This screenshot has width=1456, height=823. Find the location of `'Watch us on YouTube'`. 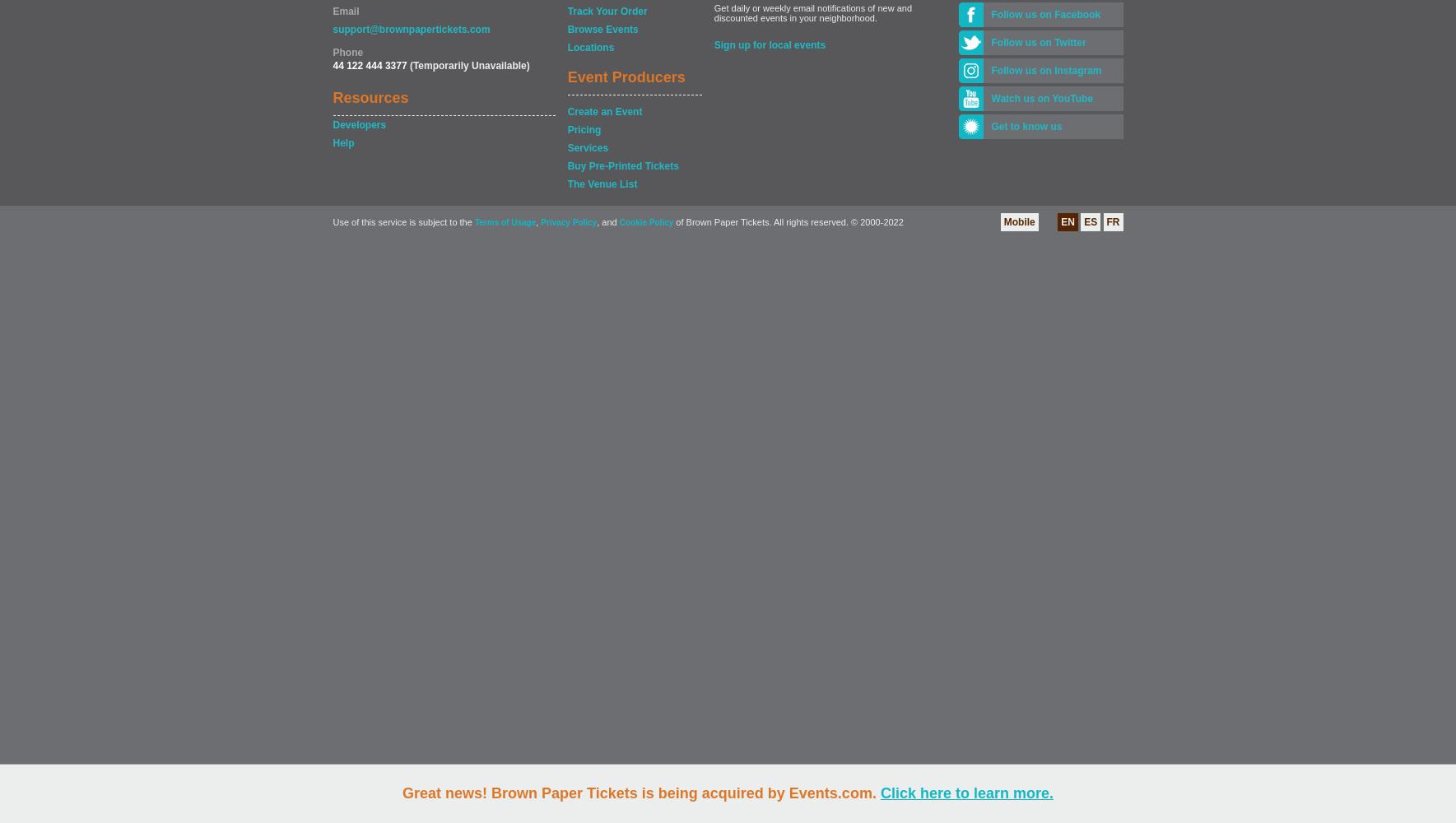

'Watch us on YouTube' is located at coordinates (989, 98).